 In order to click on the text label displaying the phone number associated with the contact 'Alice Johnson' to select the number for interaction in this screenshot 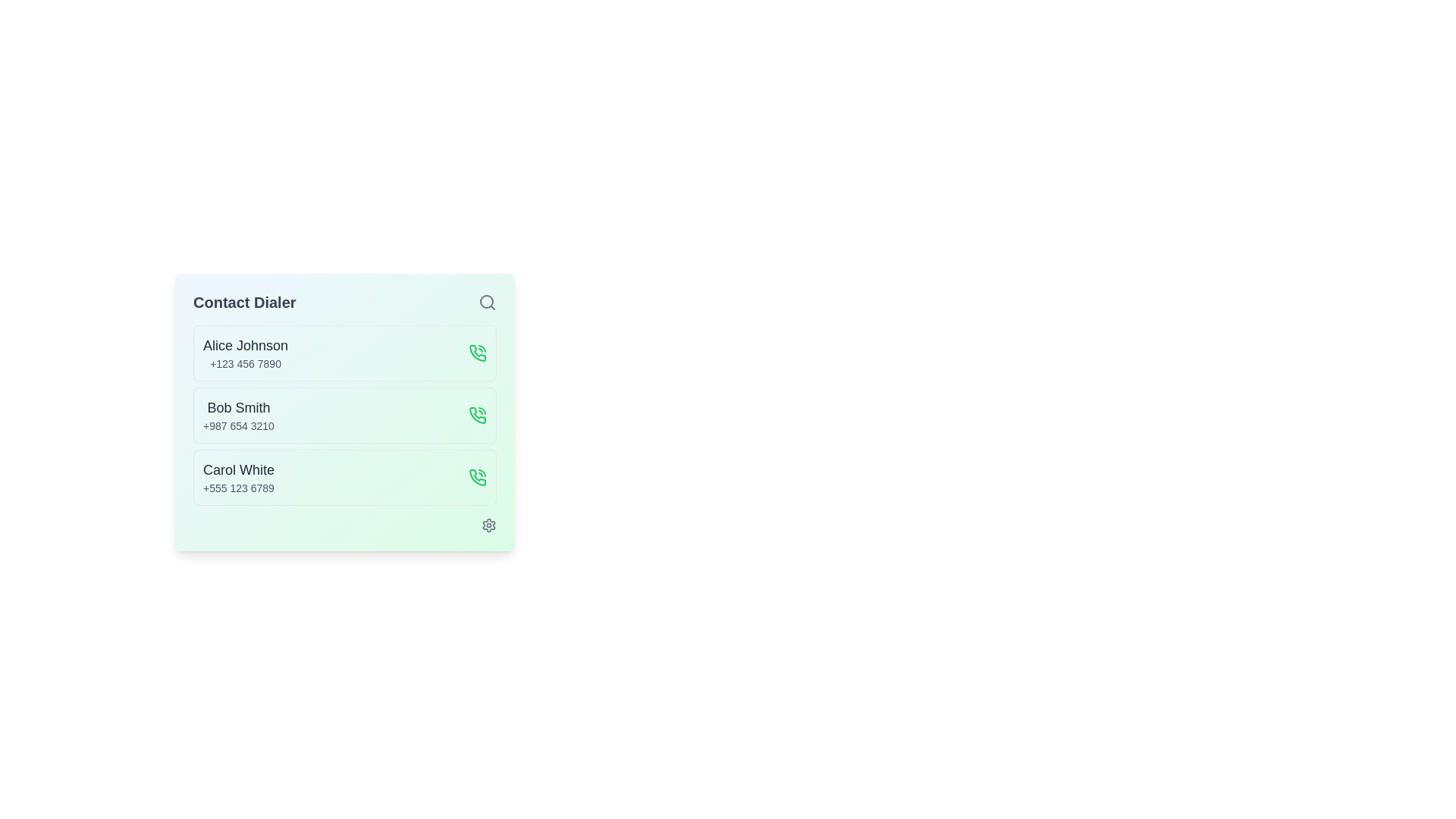, I will do `click(246, 363)`.